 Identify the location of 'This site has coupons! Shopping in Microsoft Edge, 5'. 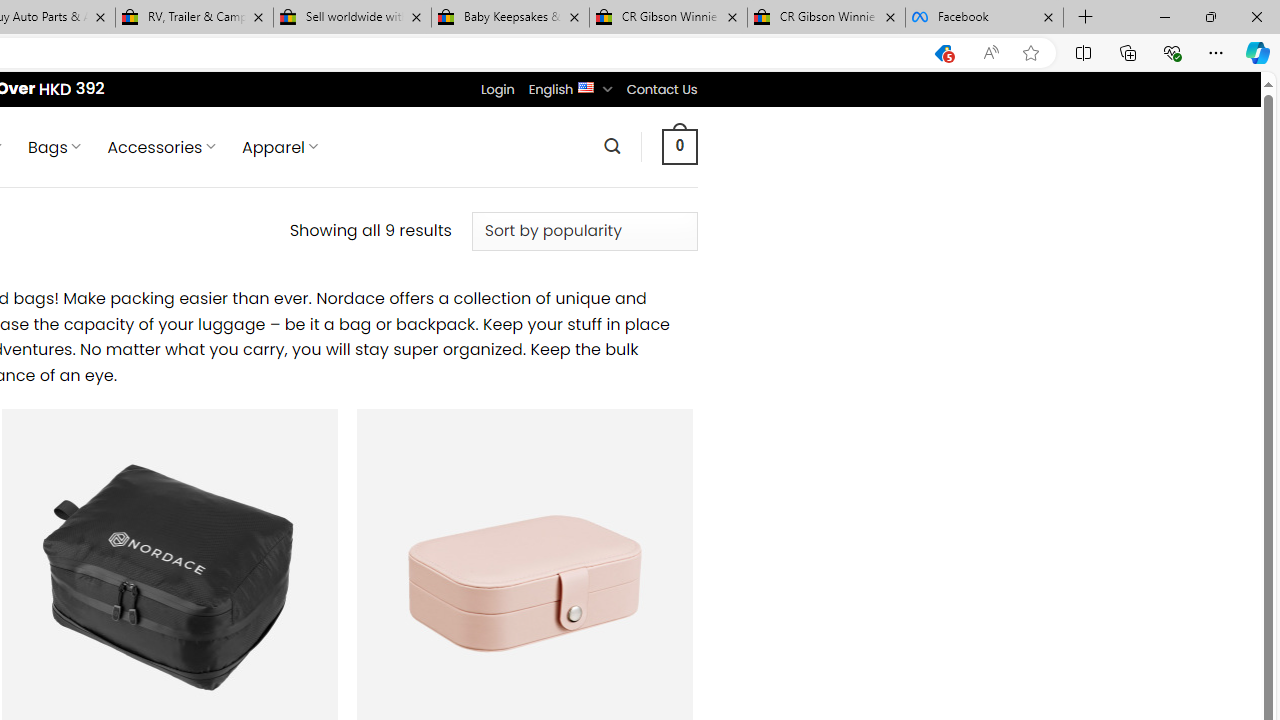
(942, 52).